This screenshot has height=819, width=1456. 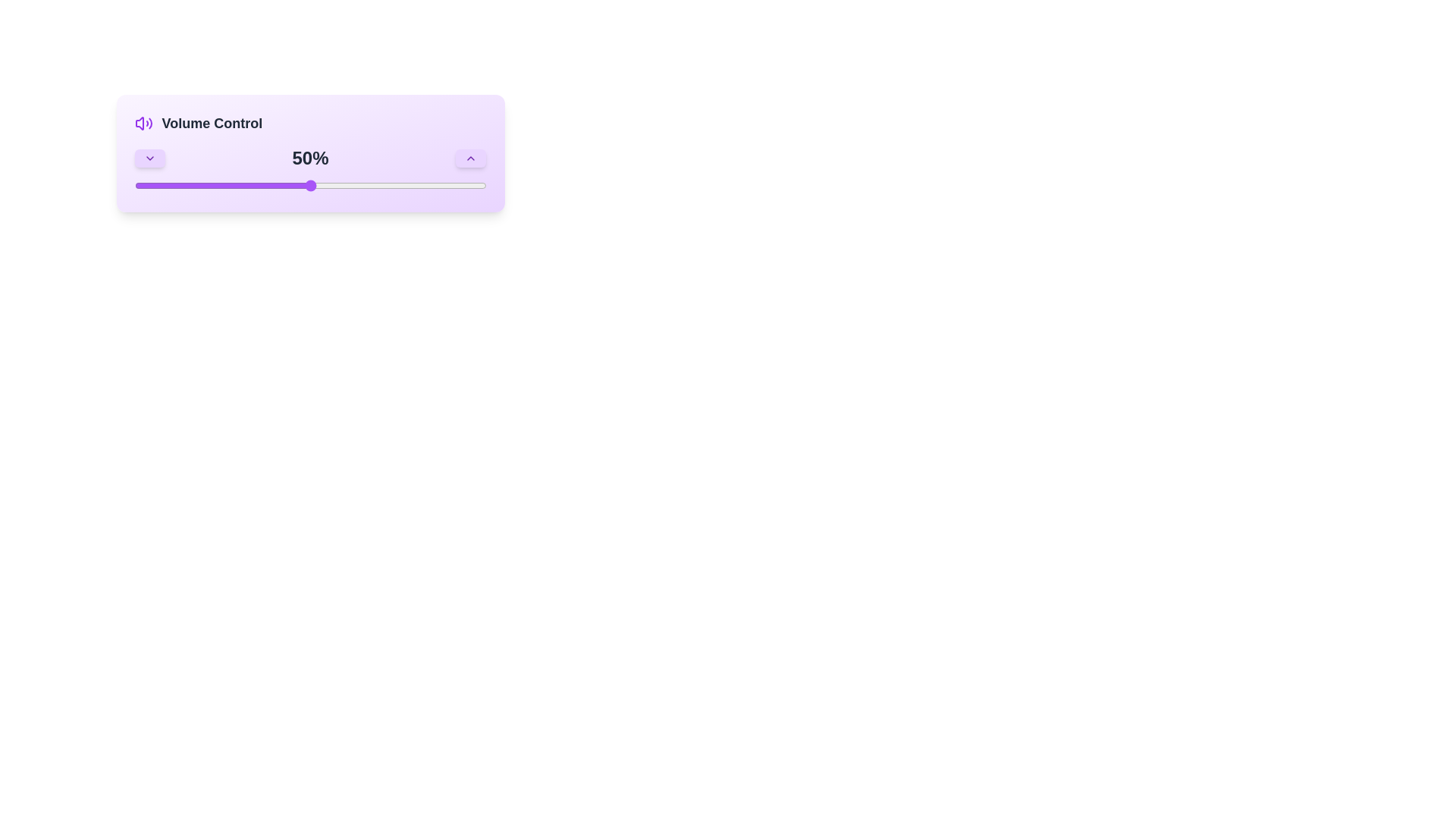 What do you see at coordinates (159, 185) in the screenshot?
I see `the volume slider` at bounding box center [159, 185].